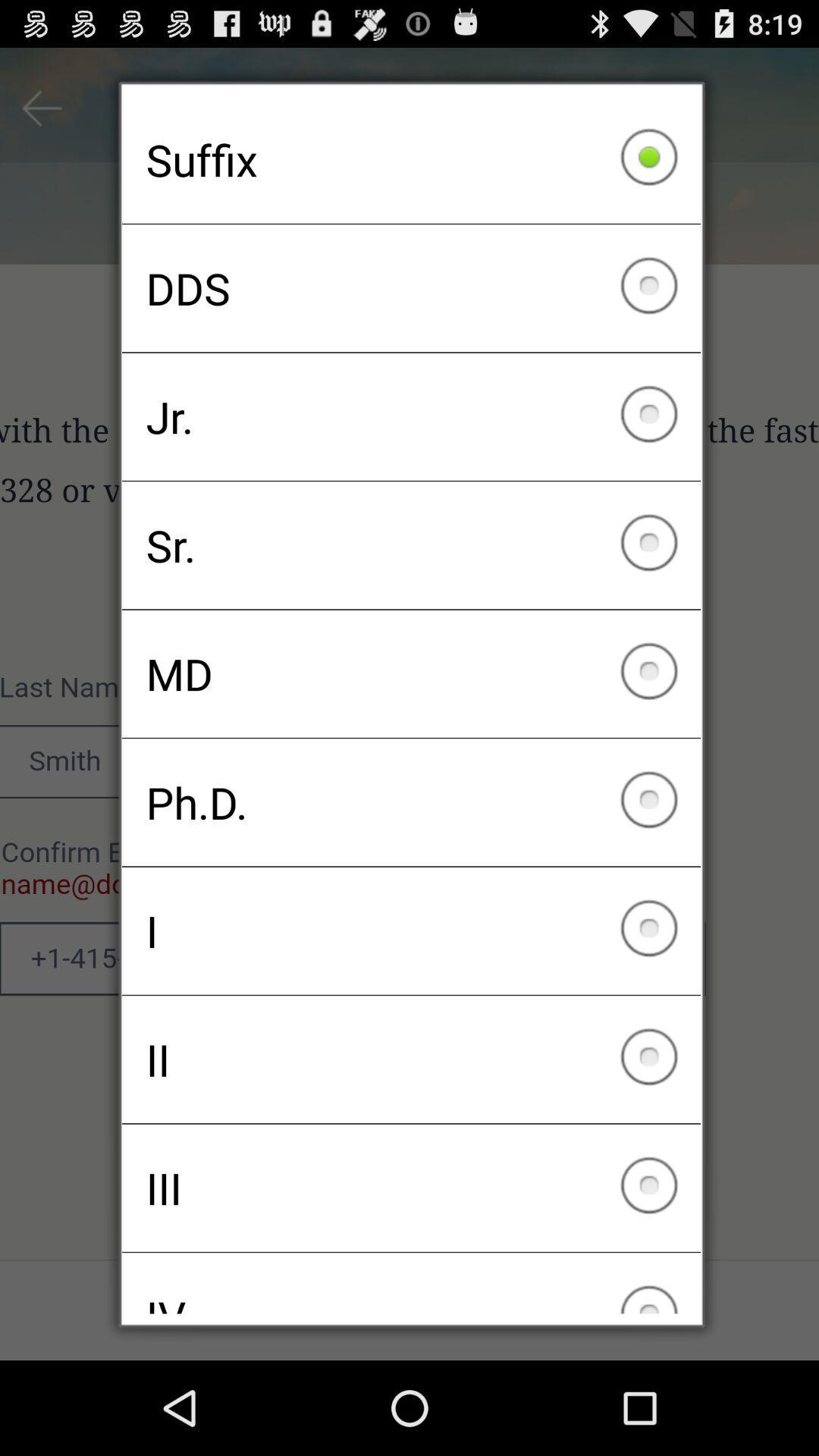 This screenshot has width=819, height=1456. I want to click on ph.d. item, so click(411, 802).